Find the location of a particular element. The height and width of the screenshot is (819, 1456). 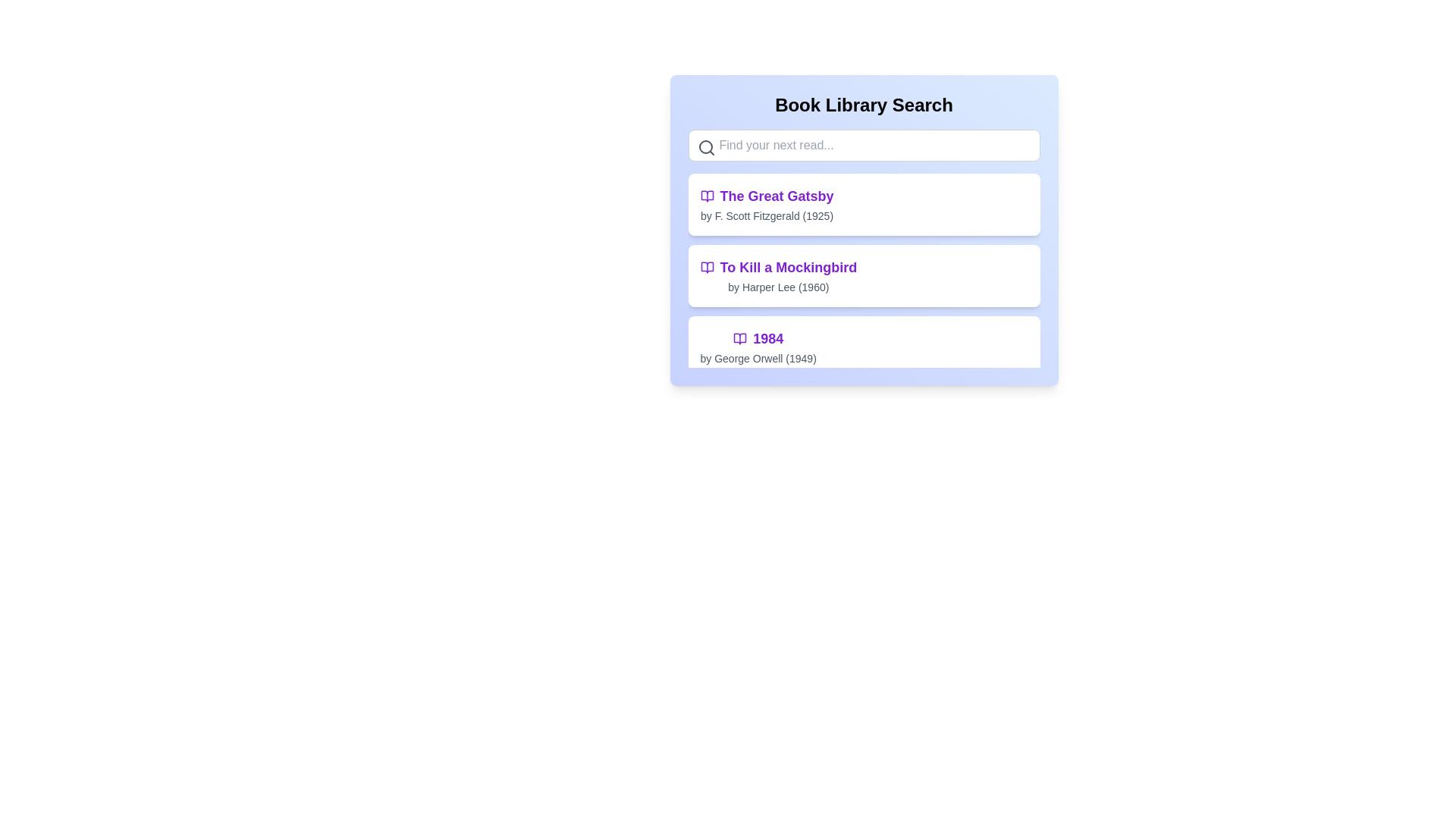

the informational card displaying the book title 'The Great Gatsby' and the author 'by F. Scott Fitzgerald (1925)', which is the first card in a vertical list of similar elements is located at coordinates (864, 205).